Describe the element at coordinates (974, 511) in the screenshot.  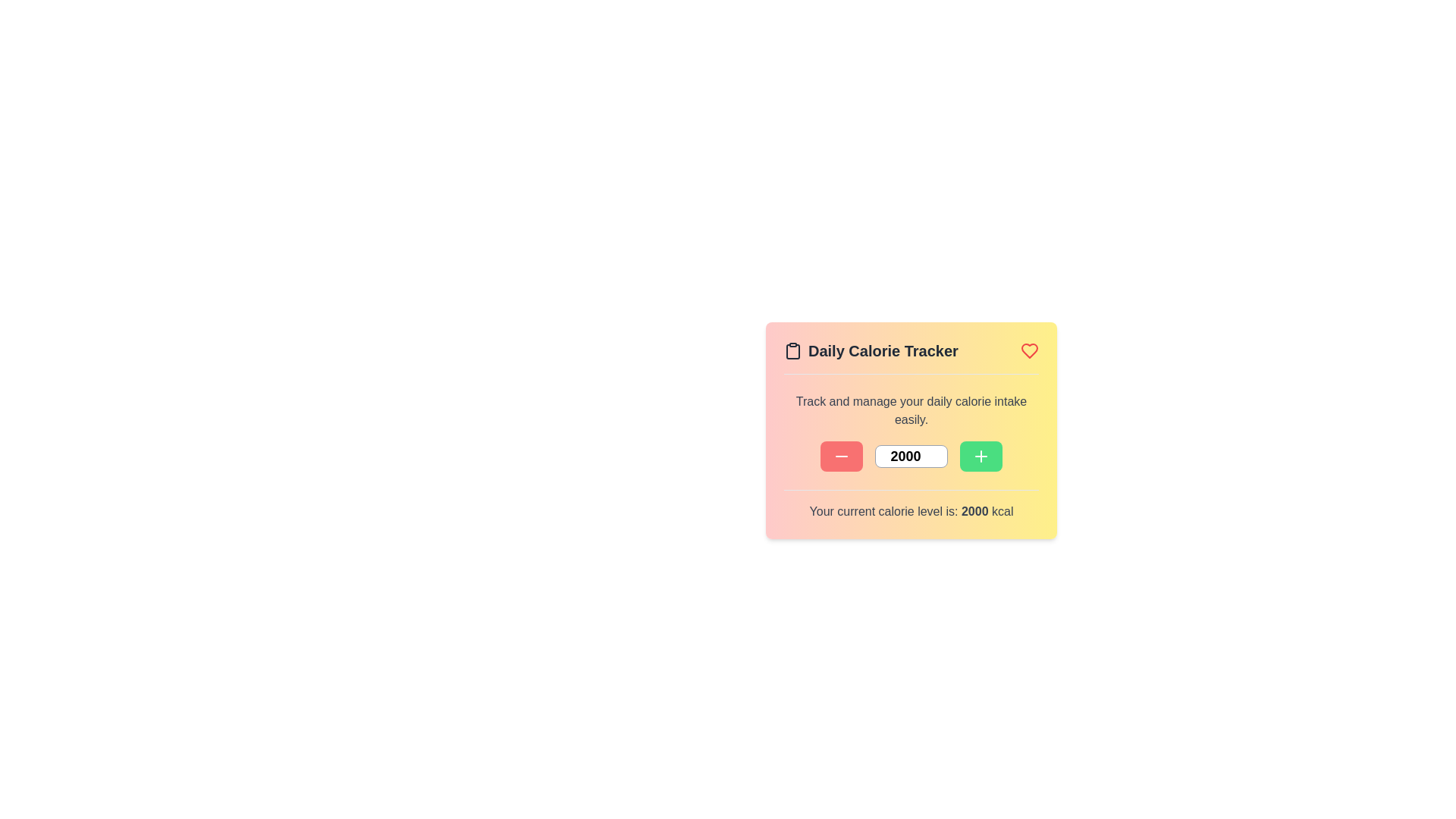
I see `the numeric value '2000' displayed in the sentence 'Your current calorie level is: 2000 kcal' at the bottom center of the 'Daily Calorie Tracker' panel` at that location.